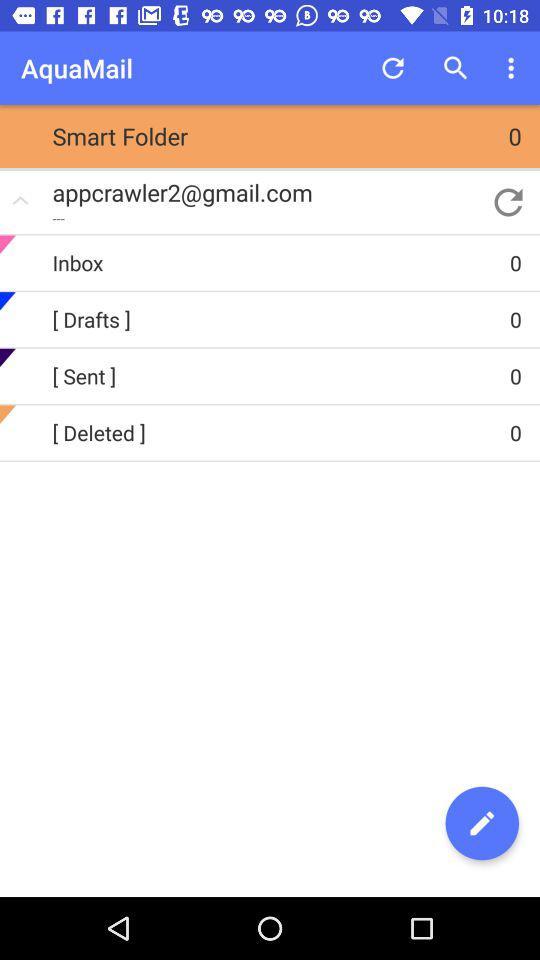 The image size is (540, 960). What do you see at coordinates (508, 202) in the screenshot?
I see `item above the inbox` at bounding box center [508, 202].